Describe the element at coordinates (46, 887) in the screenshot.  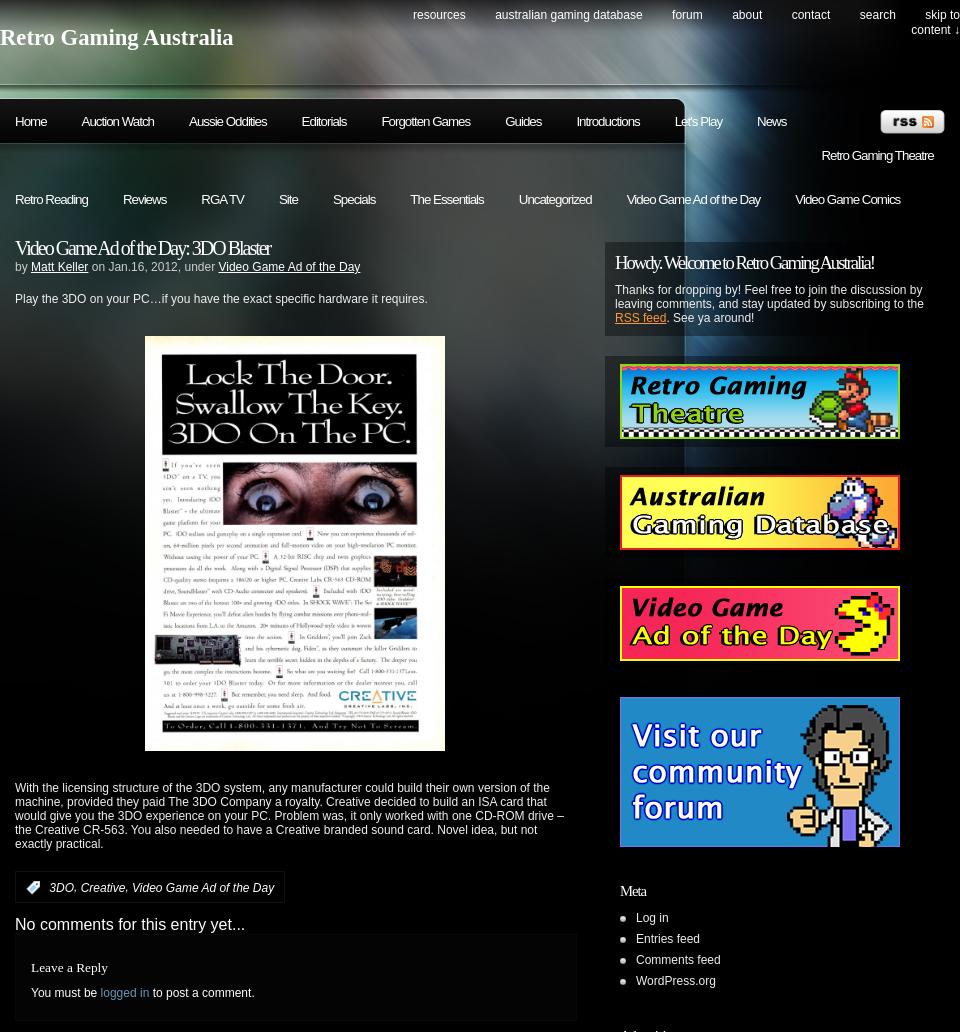
I see `':'` at that location.